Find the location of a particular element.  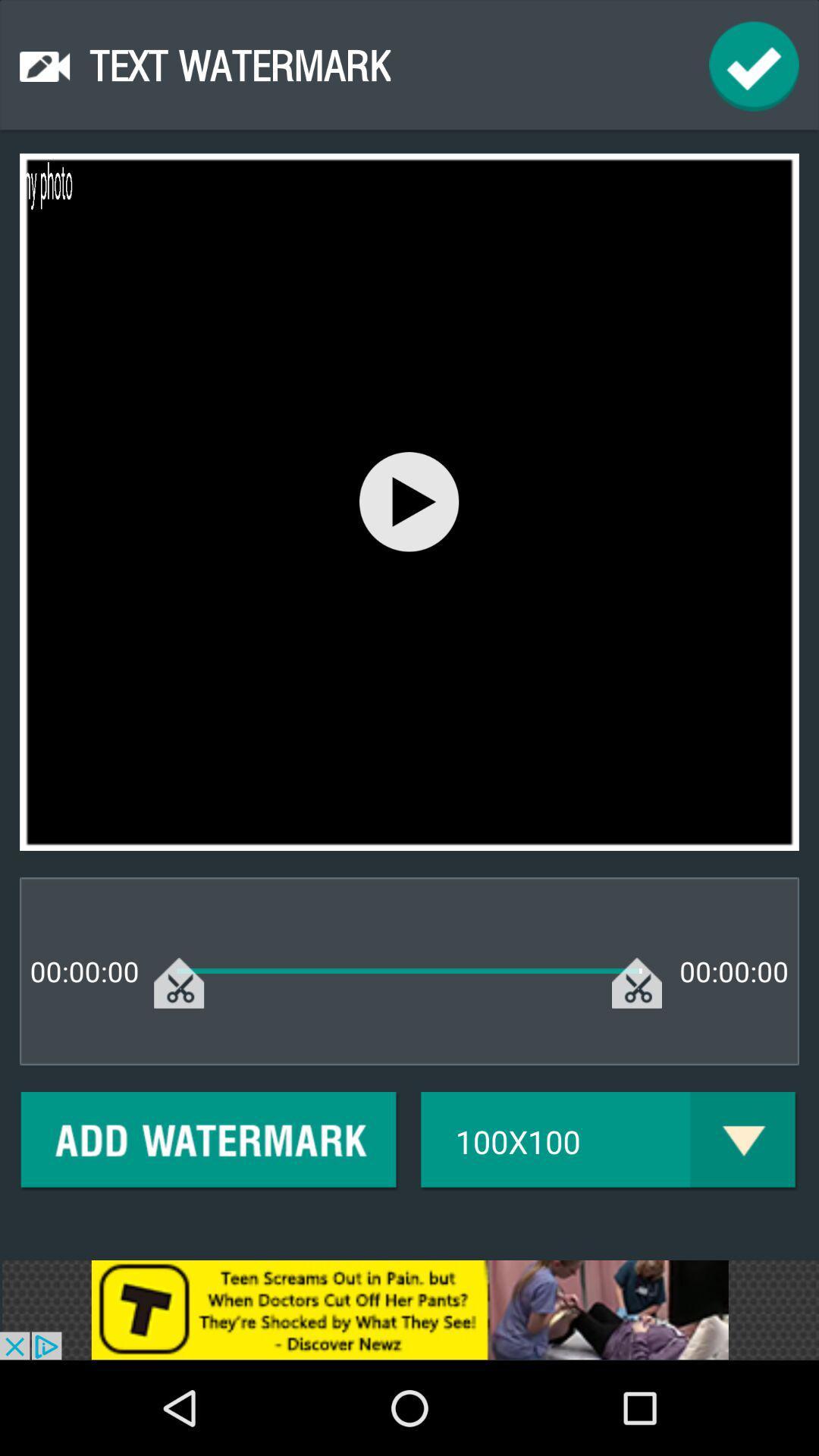

ok is located at coordinates (754, 65).